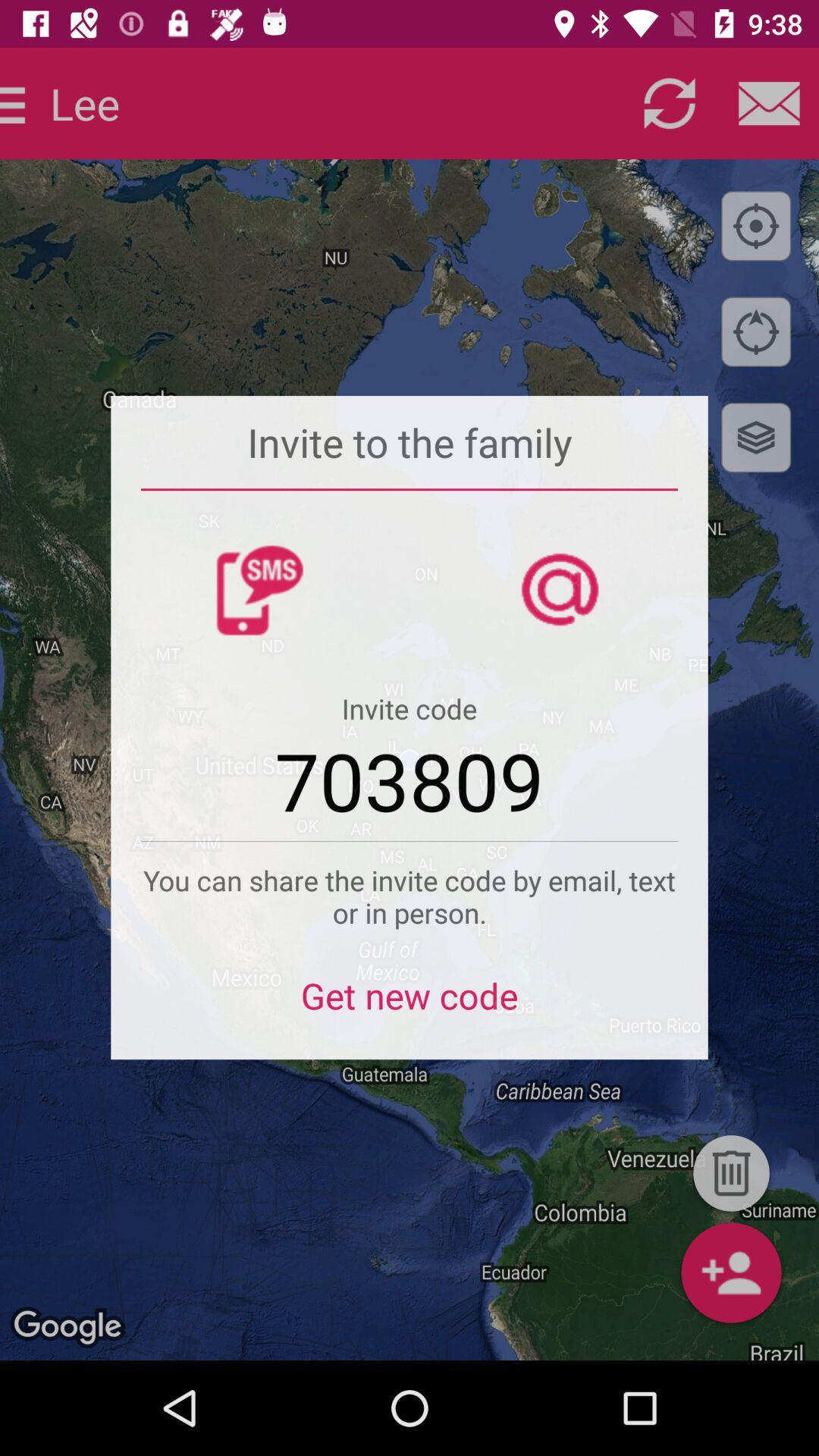  I want to click on the get new code icon, so click(409, 1005).